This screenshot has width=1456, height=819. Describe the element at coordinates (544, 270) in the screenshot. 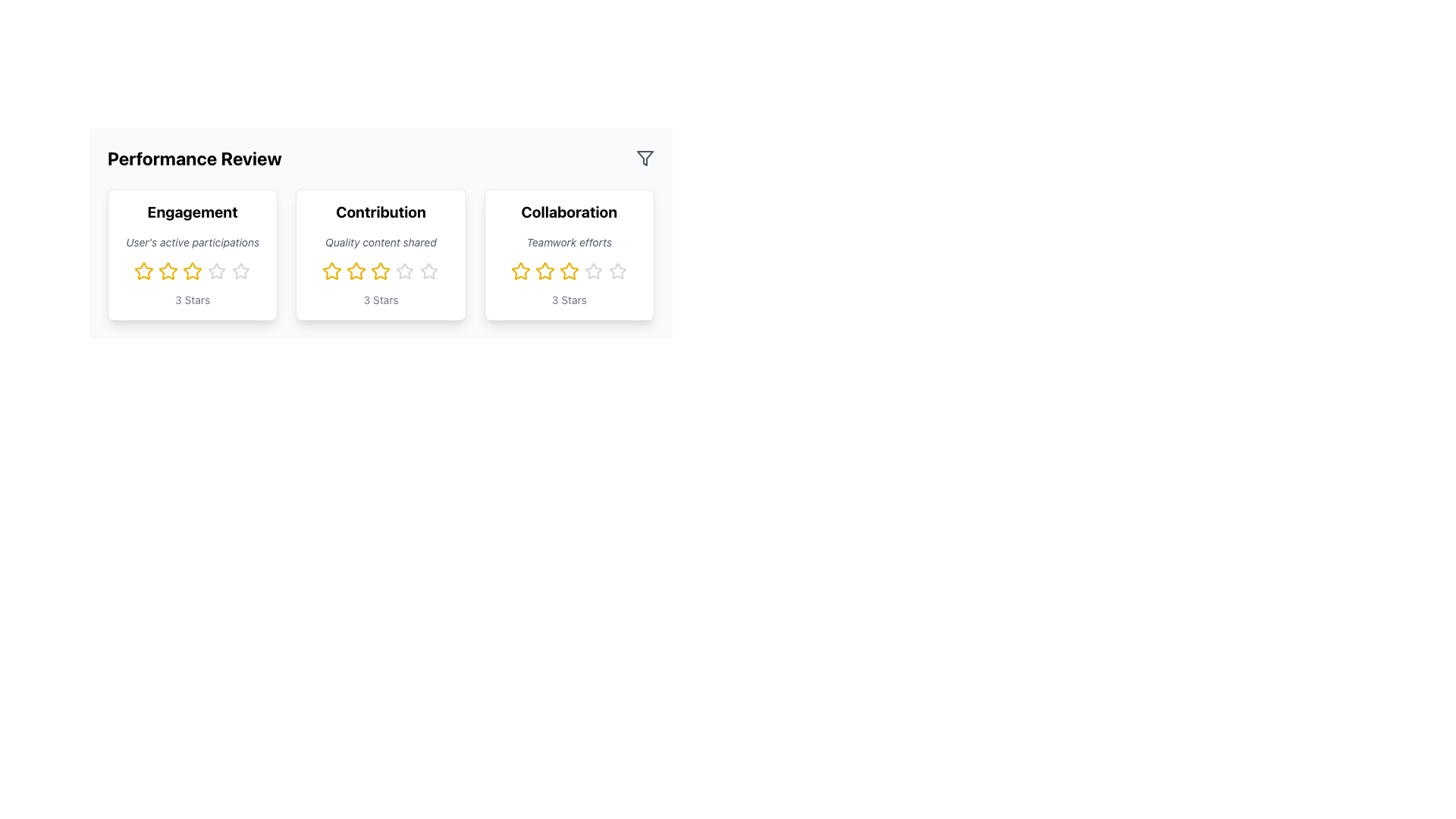

I see `the second star icon in the 'Collaboration' section of the 'Performance Review'` at that location.